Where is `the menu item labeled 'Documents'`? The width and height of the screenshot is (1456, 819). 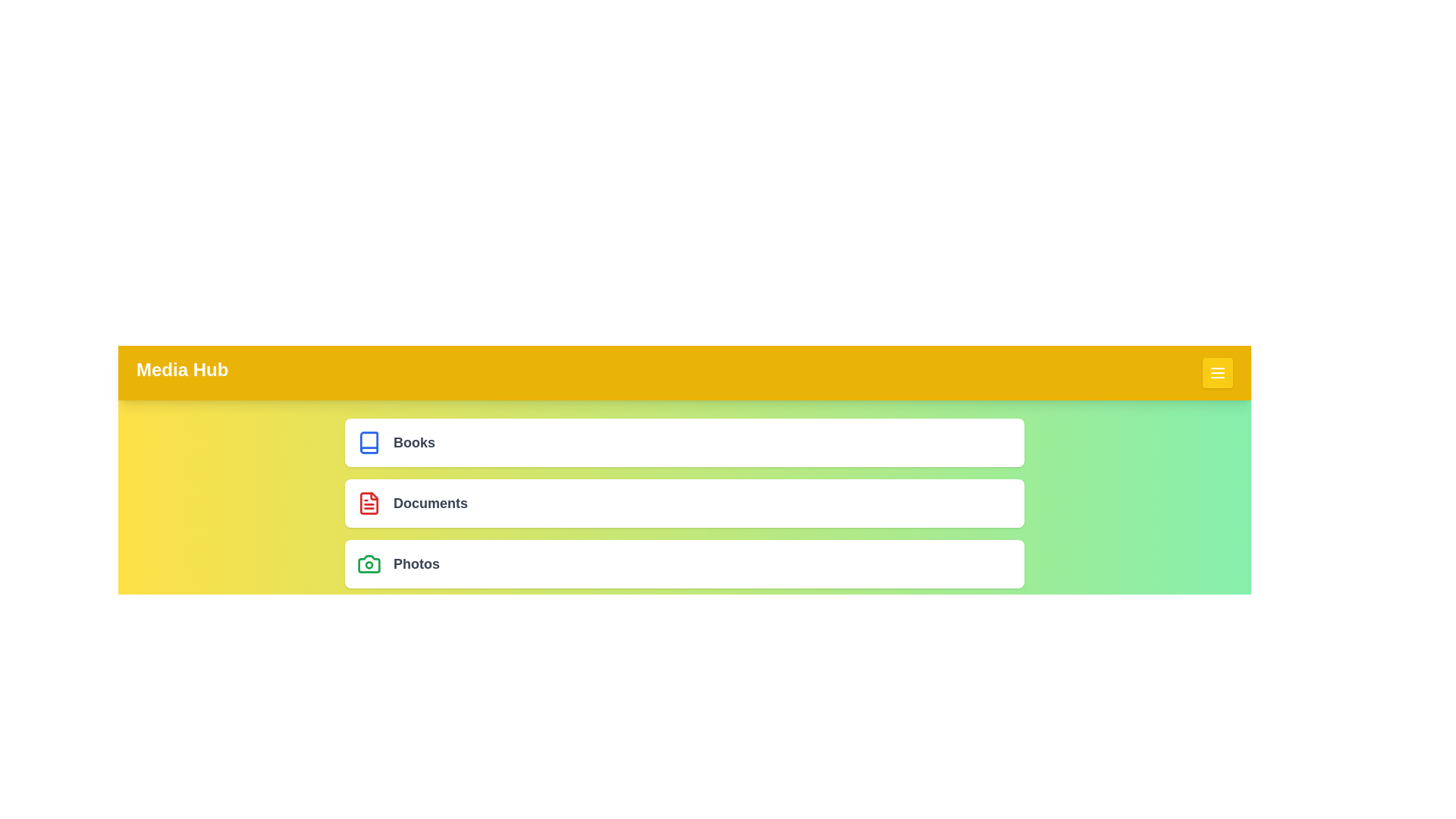
the menu item labeled 'Documents' is located at coordinates (683, 503).